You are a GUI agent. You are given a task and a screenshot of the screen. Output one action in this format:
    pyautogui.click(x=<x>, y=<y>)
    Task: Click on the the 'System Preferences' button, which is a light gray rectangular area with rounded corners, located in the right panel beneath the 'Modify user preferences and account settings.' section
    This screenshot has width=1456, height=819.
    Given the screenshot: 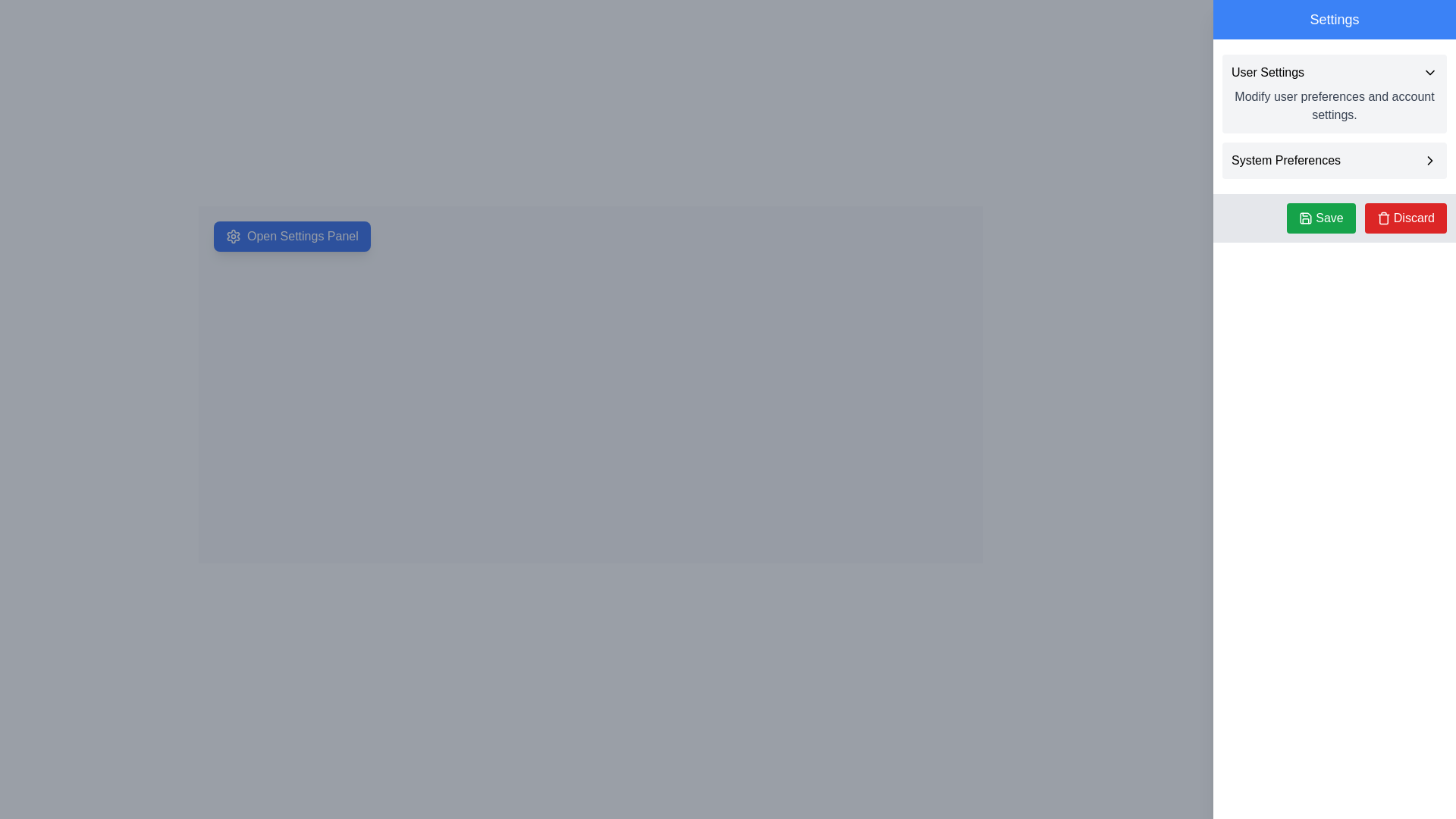 What is the action you would take?
    pyautogui.click(x=1335, y=161)
    